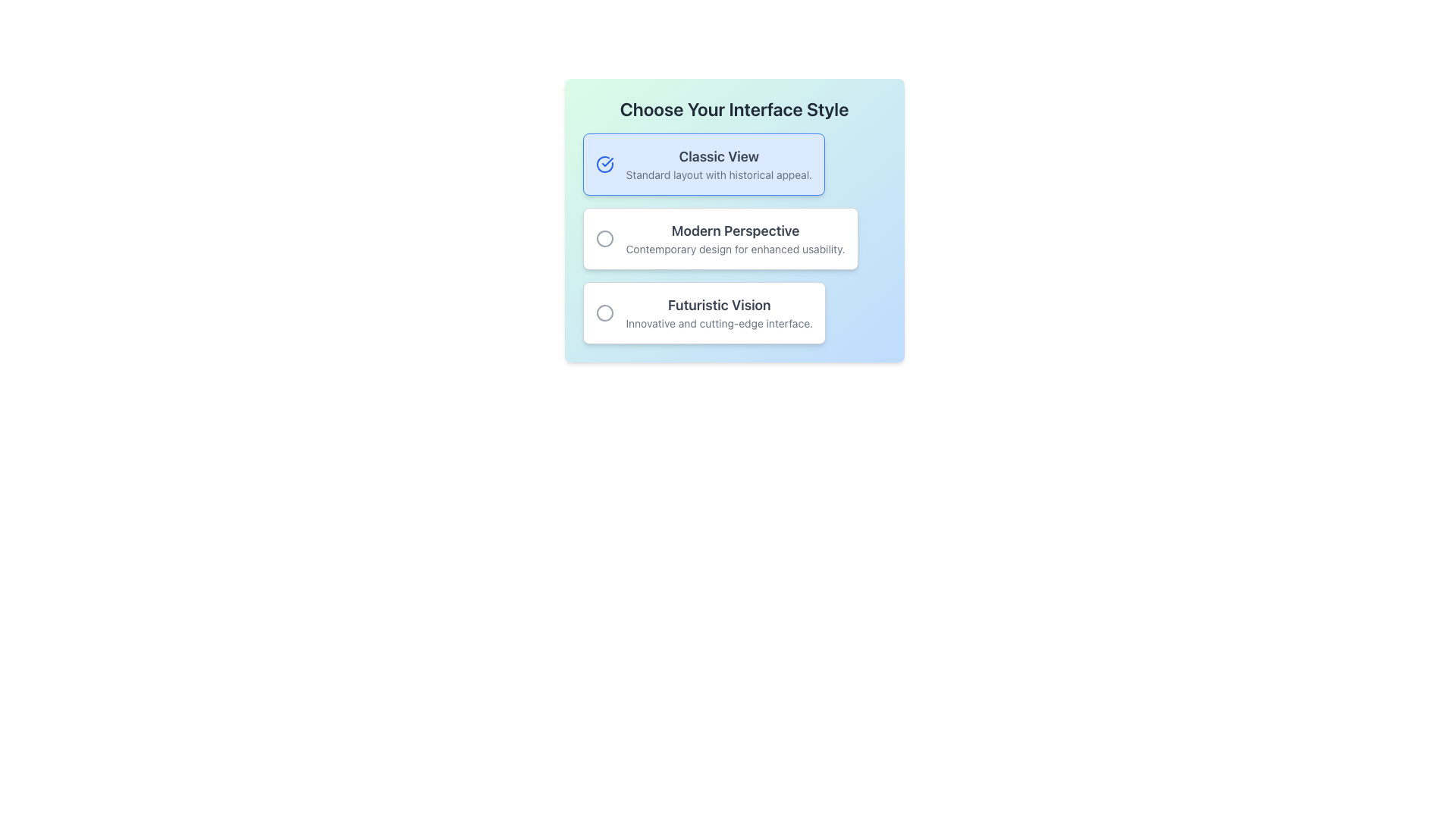 The width and height of the screenshot is (1456, 819). What do you see at coordinates (734, 220) in the screenshot?
I see `the 'Modern Perspective' radio button option, which is the second selectable option` at bounding box center [734, 220].